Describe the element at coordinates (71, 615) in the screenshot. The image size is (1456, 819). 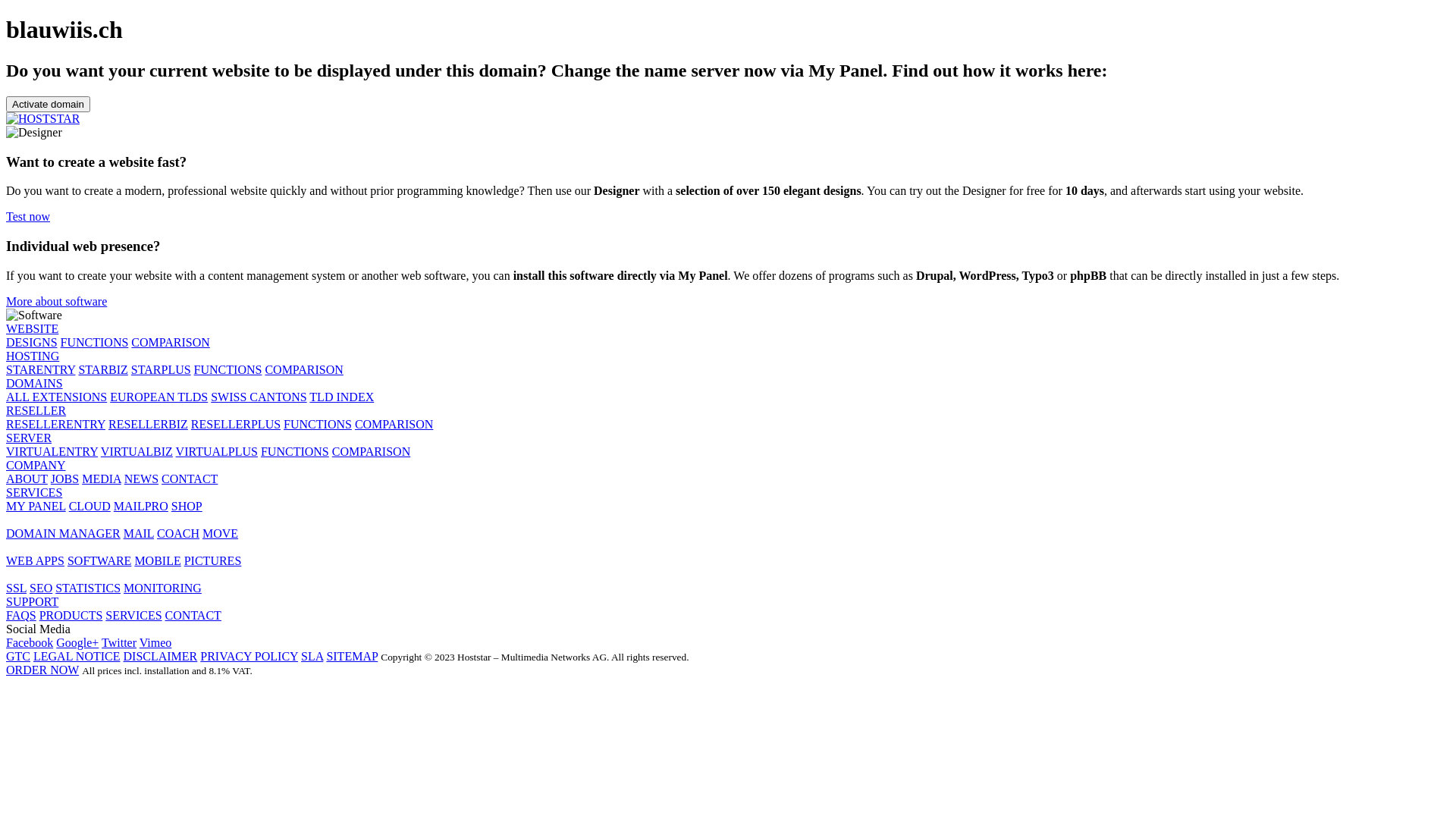
I see `'PRODUCTS'` at that location.